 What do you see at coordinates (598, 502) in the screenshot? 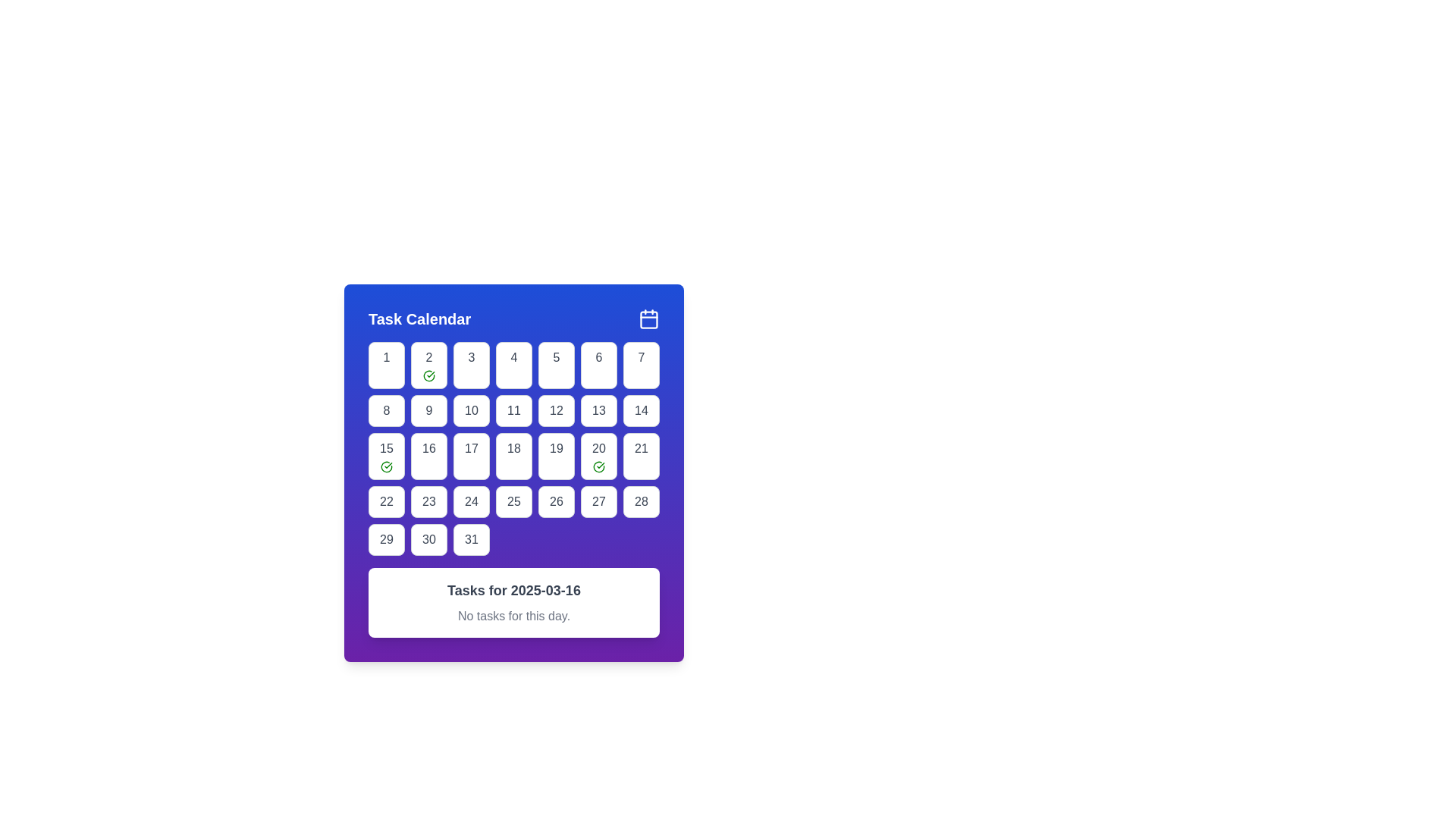
I see `the button representing the 27th day of the month in the date-picker component for keyboard interaction` at bounding box center [598, 502].